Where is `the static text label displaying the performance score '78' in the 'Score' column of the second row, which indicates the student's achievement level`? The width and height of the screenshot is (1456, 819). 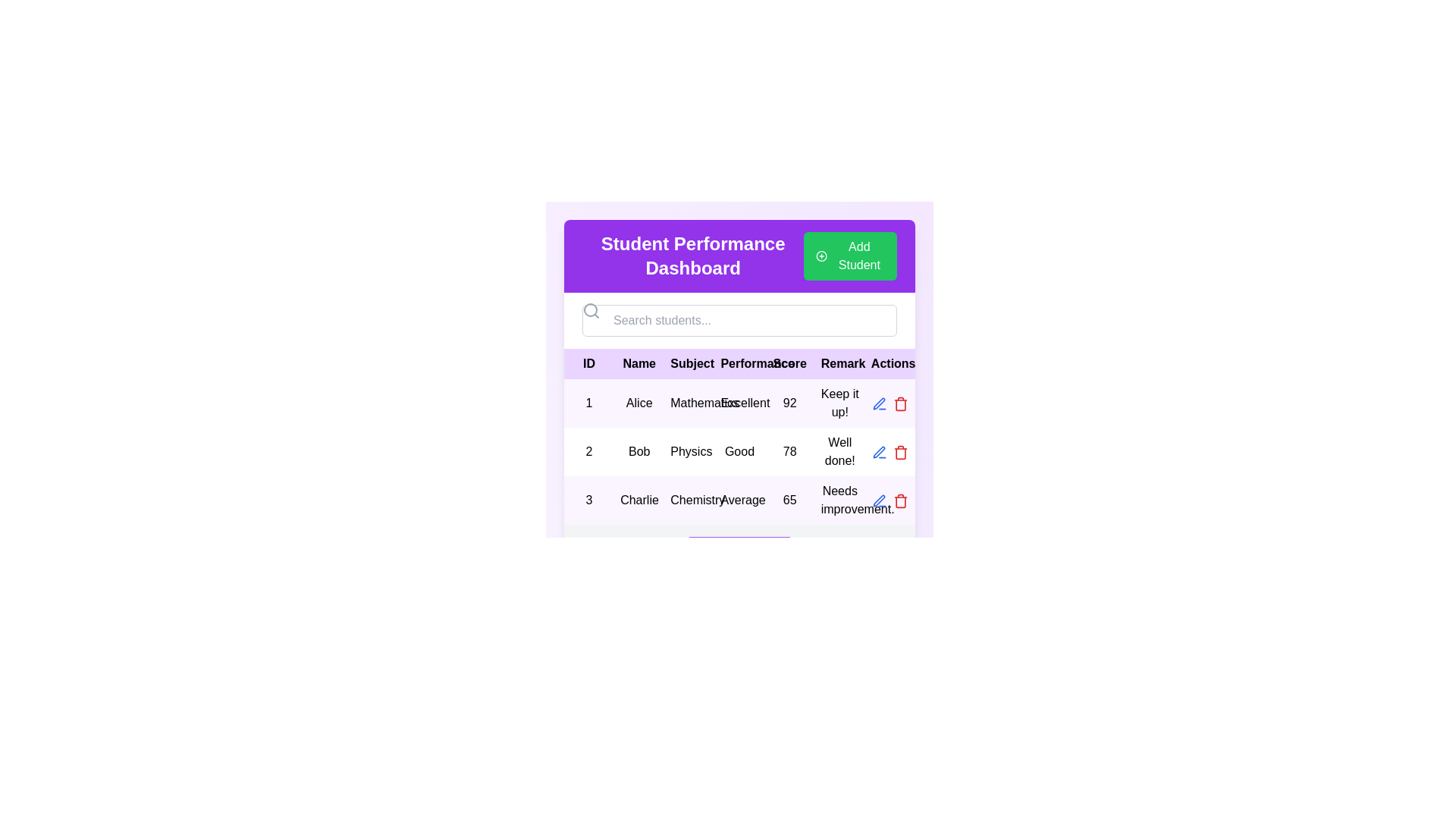
the static text label displaying the performance score '78' in the 'Score' column of the second row, which indicates the student's achievement level is located at coordinates (789, 451).